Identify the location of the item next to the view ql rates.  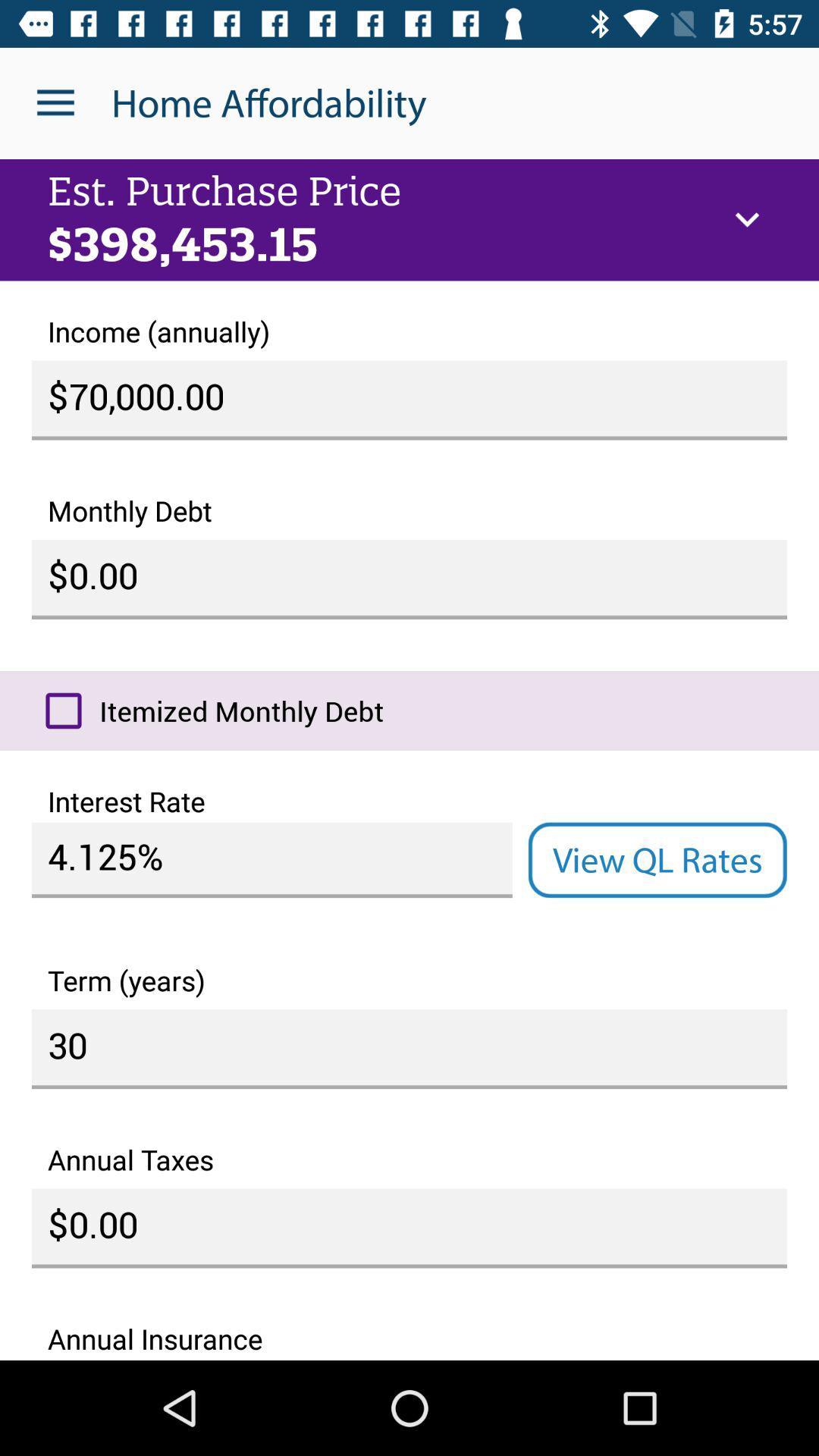
(271, 860).